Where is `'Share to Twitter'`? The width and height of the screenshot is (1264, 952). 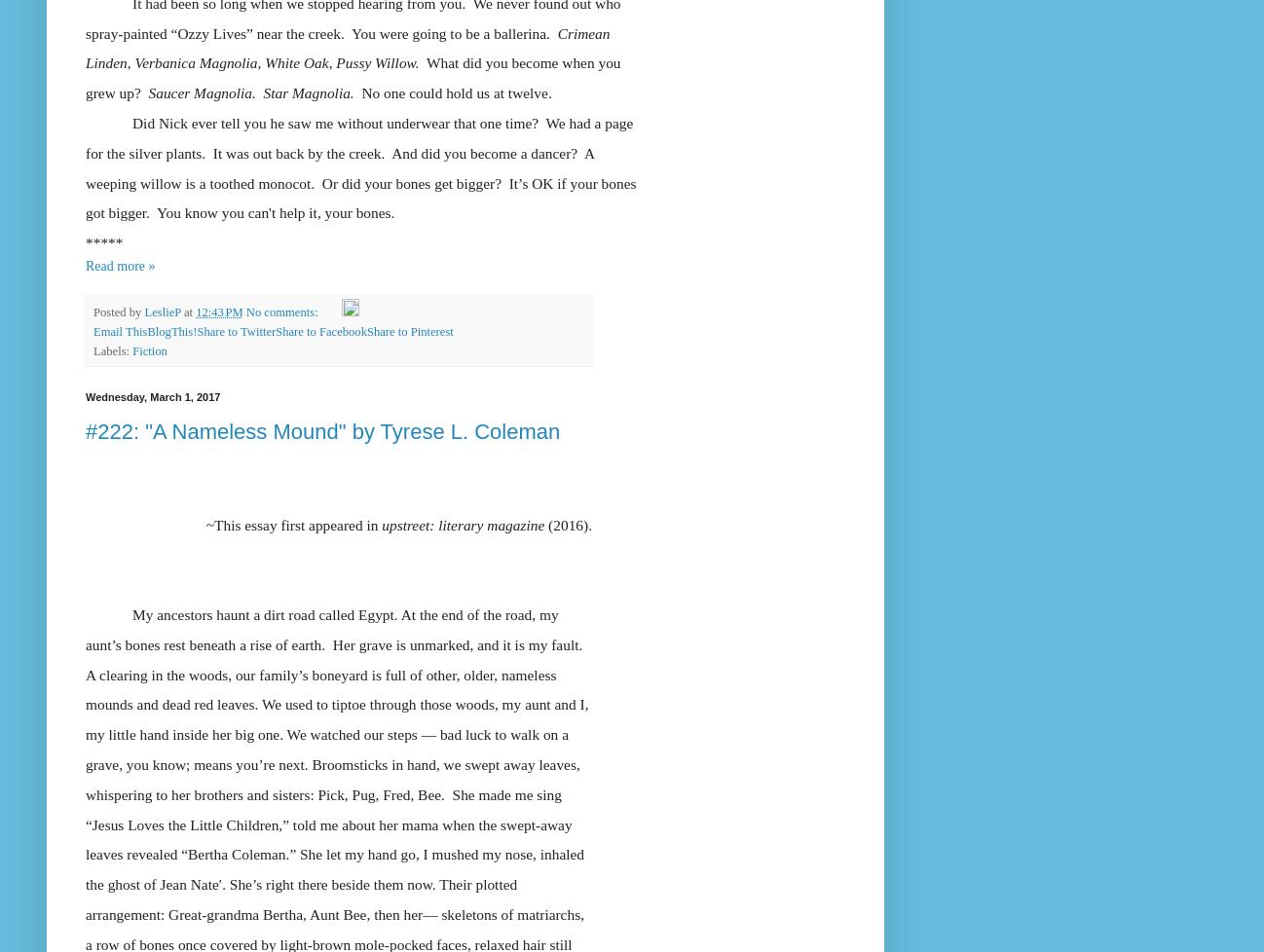 'Share to Twitter' is located at coordinates (236, 331).